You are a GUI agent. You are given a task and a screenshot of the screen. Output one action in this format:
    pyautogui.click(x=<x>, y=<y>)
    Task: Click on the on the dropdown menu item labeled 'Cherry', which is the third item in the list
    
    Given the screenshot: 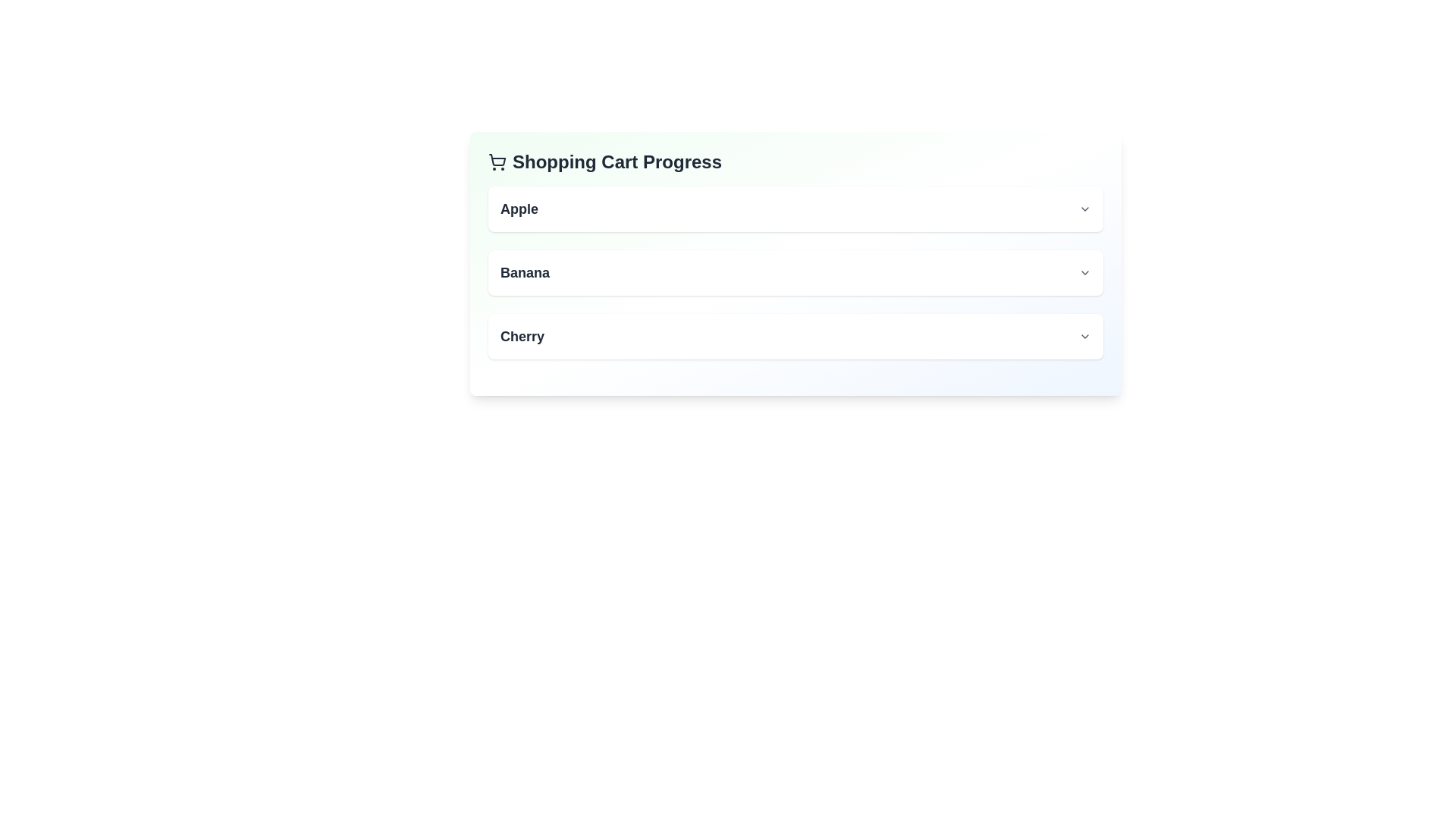 What is the action you would take?
    pyautogui.click(x=795, y=335)
    